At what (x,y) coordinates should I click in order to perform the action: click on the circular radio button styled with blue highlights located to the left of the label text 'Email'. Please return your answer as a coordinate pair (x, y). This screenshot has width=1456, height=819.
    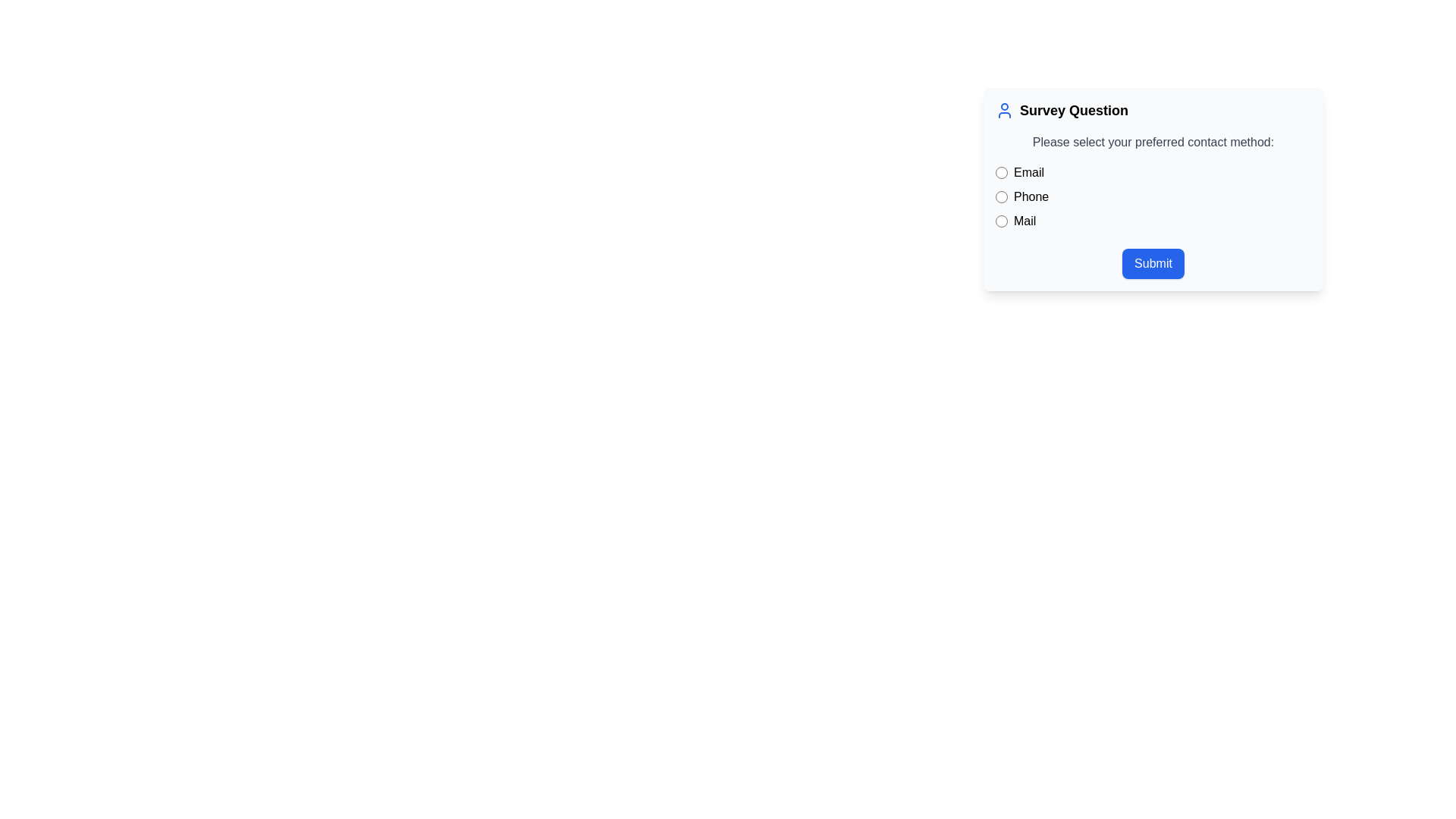
    Looking at the image, I should click on (1001, 171).